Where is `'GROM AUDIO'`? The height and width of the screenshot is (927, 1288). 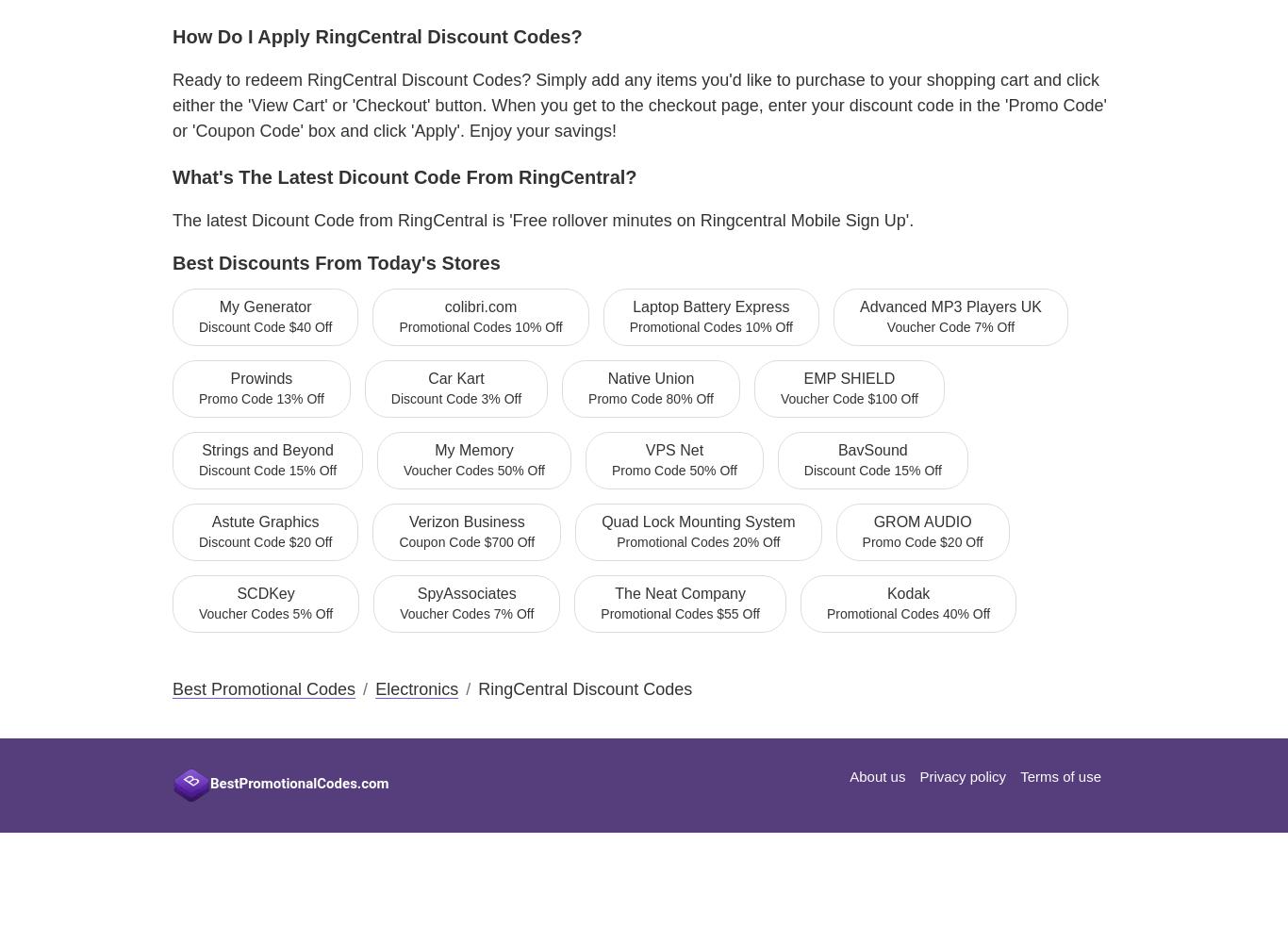 'GROM AUDIO' is located at coordinates (922, 521).